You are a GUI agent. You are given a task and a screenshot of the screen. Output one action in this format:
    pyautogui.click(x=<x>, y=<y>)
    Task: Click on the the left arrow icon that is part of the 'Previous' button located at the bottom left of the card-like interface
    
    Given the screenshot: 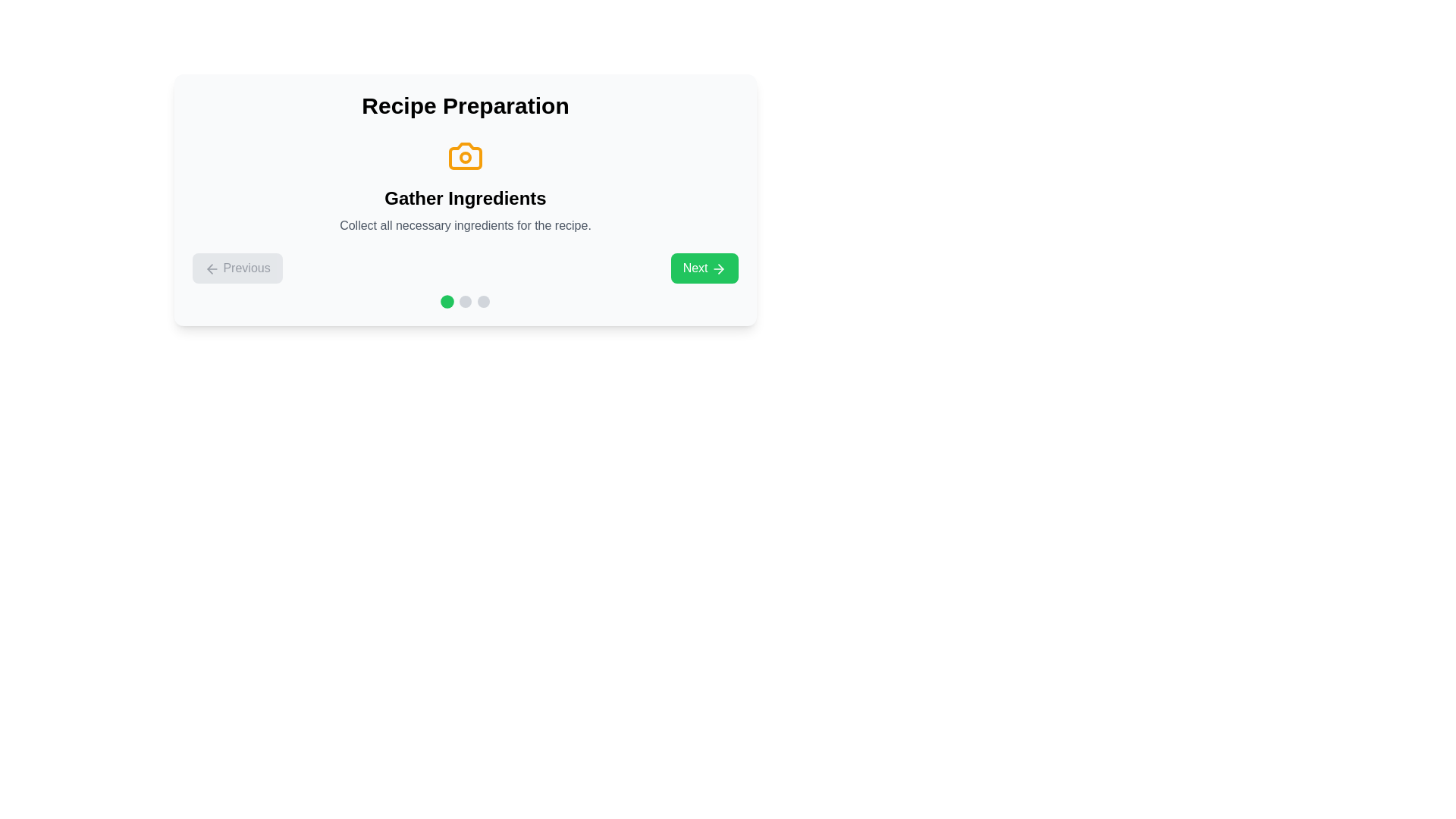 What is the action you would take?
    pyautogui.click(x=209, y=268)
    